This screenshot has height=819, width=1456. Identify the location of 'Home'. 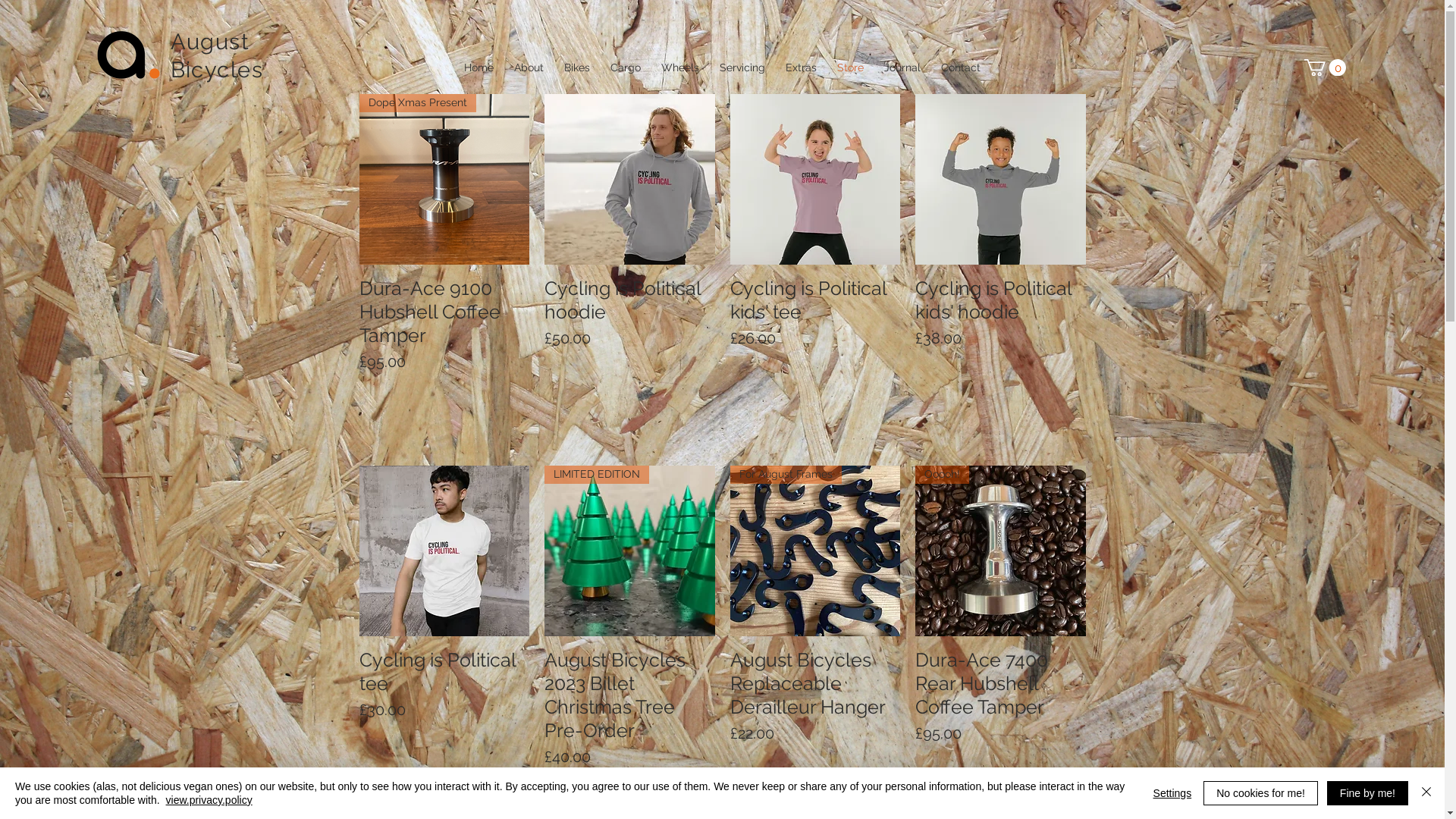
(453, 66).